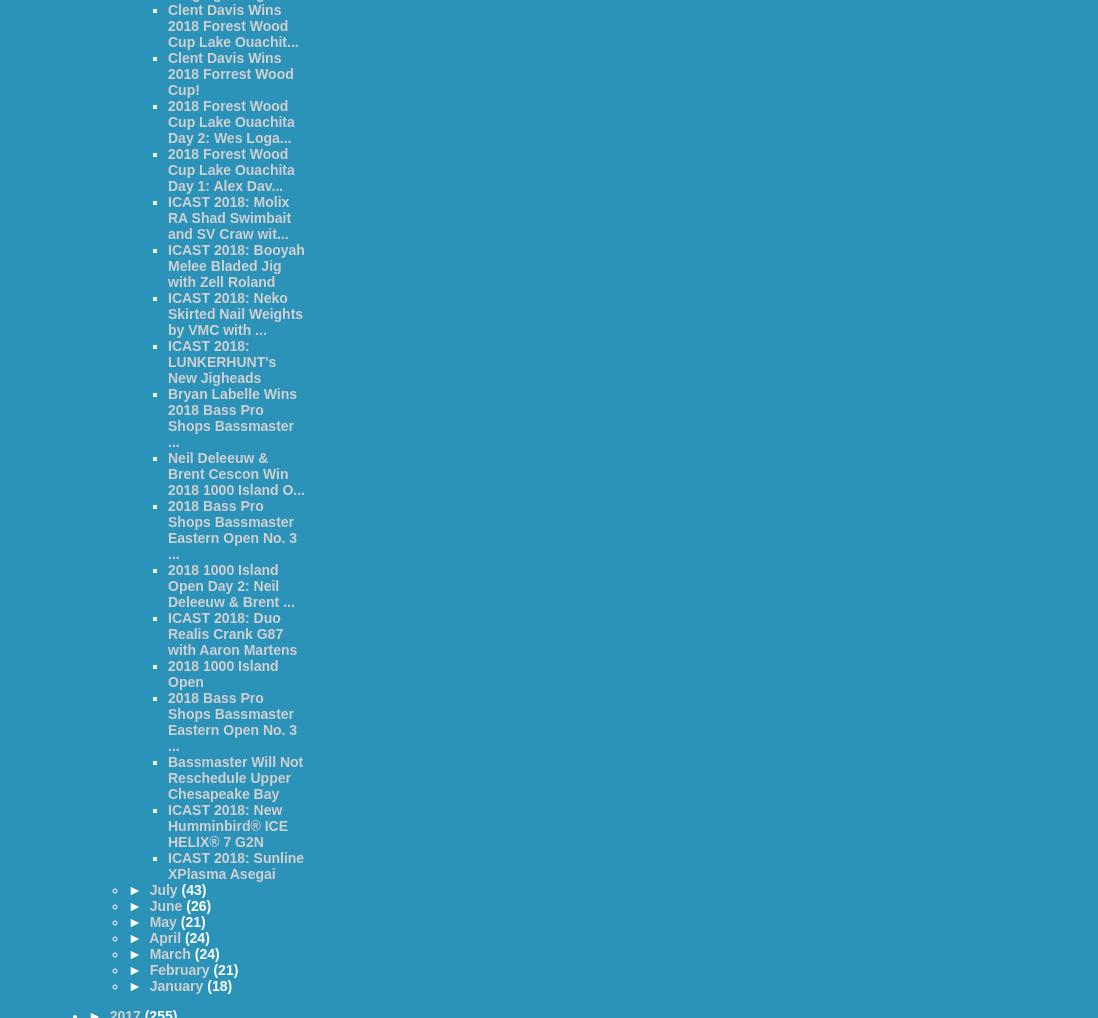 Image resolution: width=1098 pixels, height=1018 pixels. I want to click on 'ICAST 2018: Duo Realis Crank G87 with Aaron Martens', so click(231, 633).